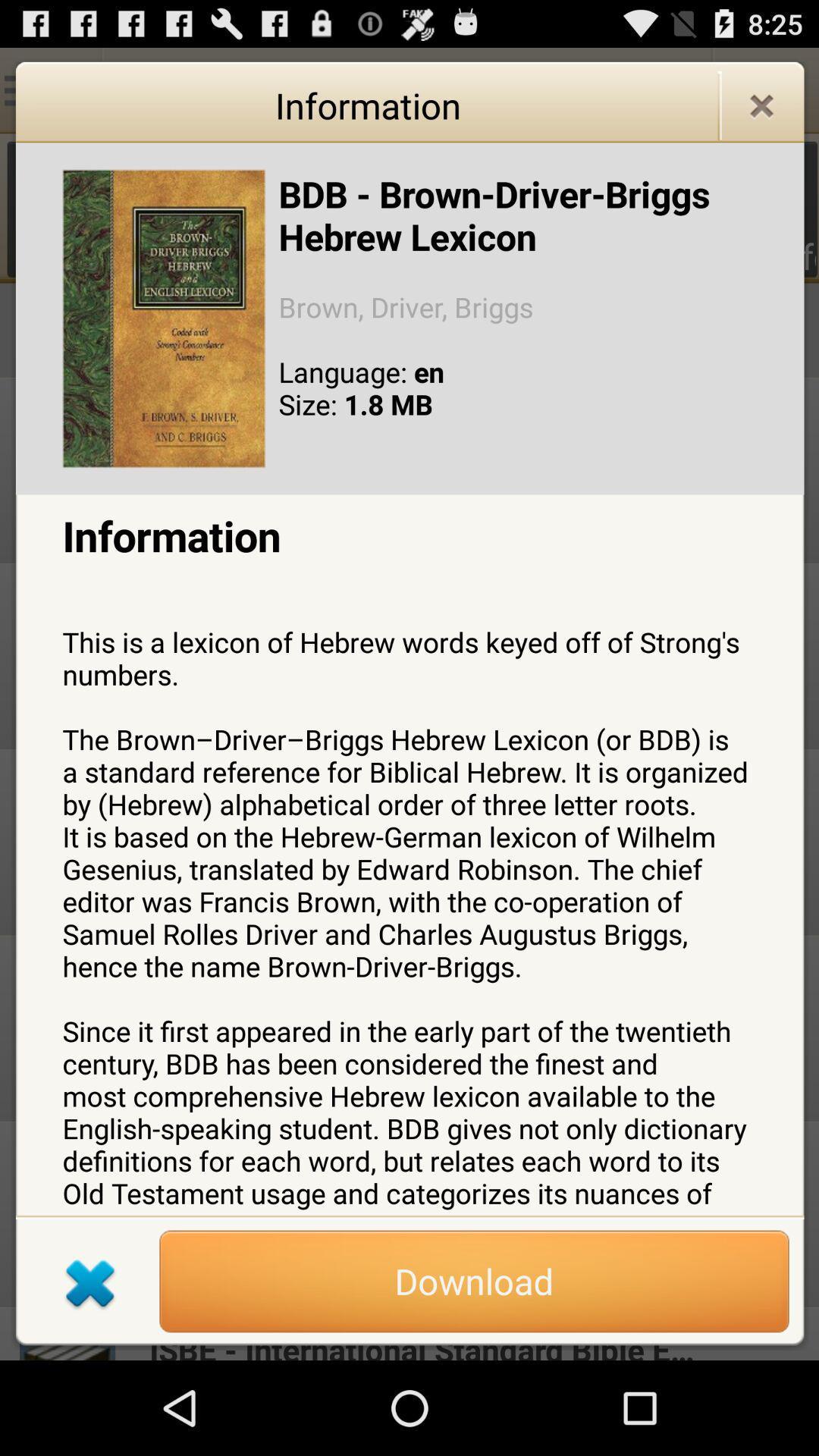 This screenshot has width=819, height=1456. I want to click on the close icon, so click(761, 113).